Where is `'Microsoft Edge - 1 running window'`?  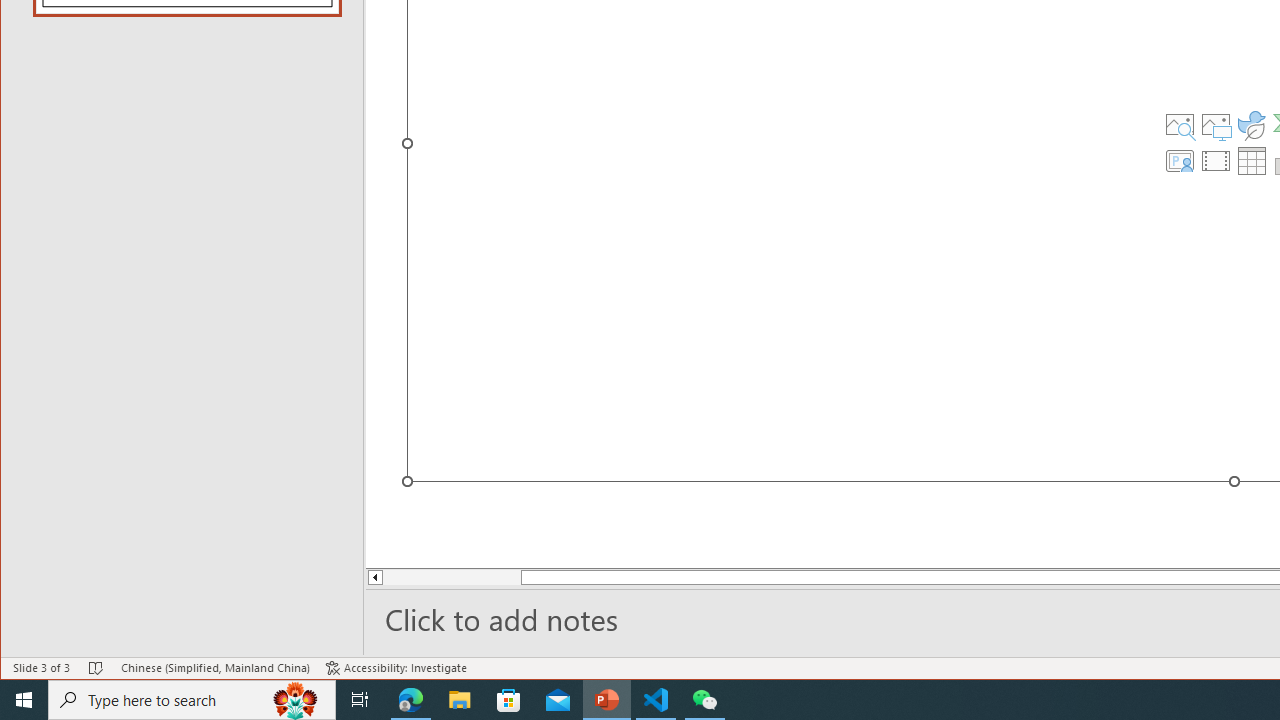
'Microsoft Edge - 1 running window' is located at coordinates (410, 698).